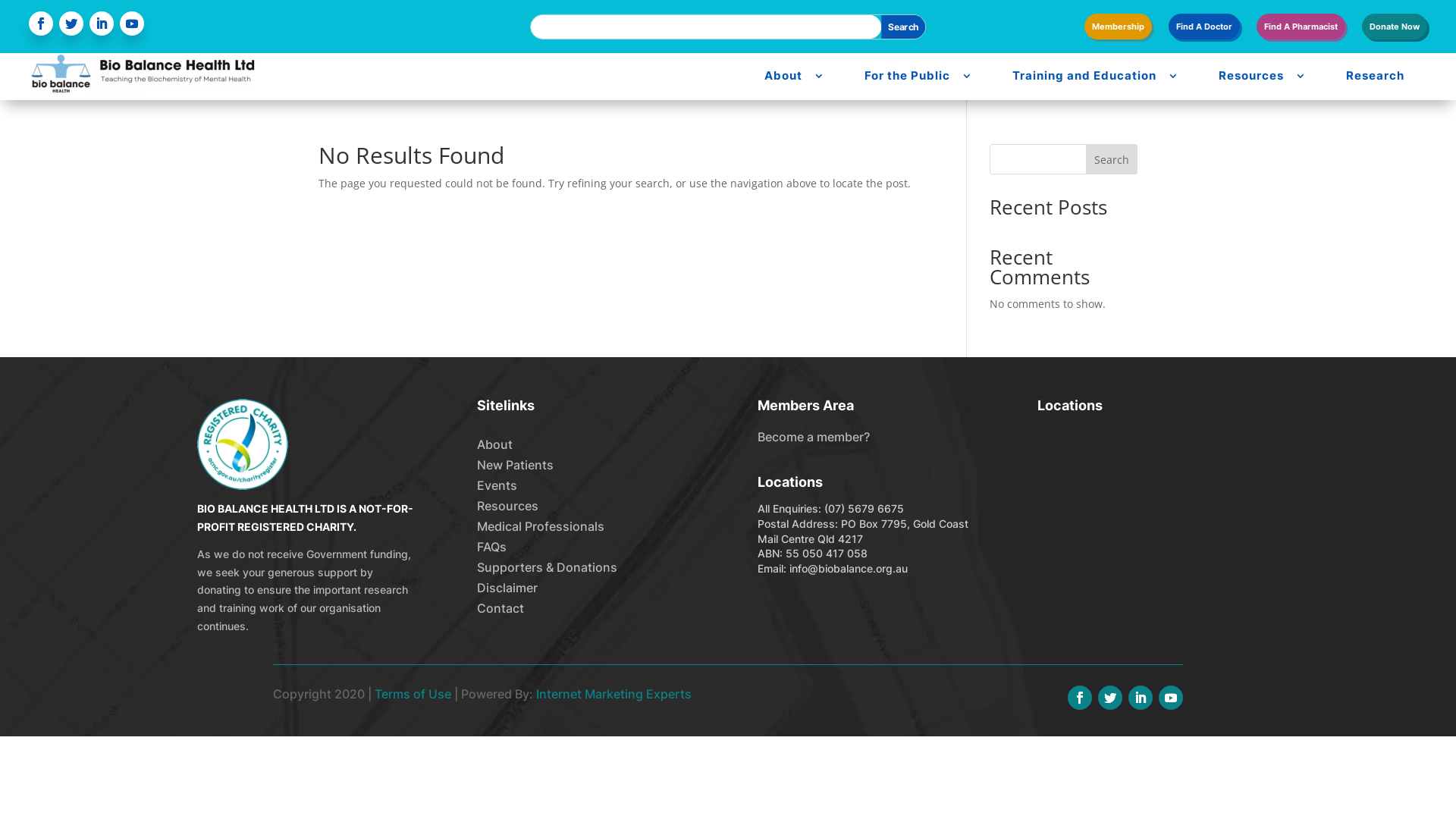 The image size is (1456, 819). I want to click on 'Follow on Twitter', so click(71, 23).